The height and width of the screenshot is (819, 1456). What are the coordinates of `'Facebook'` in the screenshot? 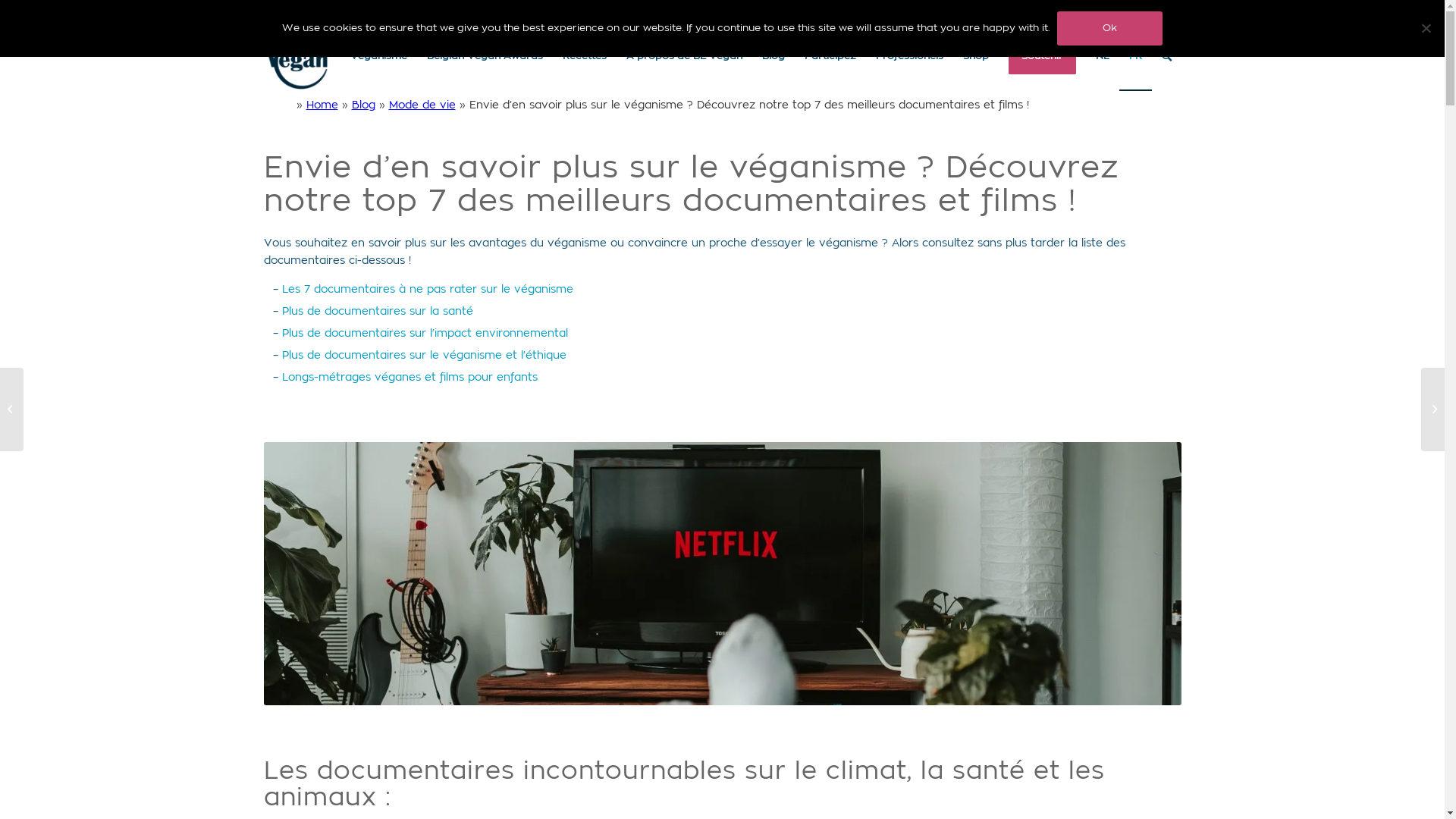 It's located at (1147, 11).